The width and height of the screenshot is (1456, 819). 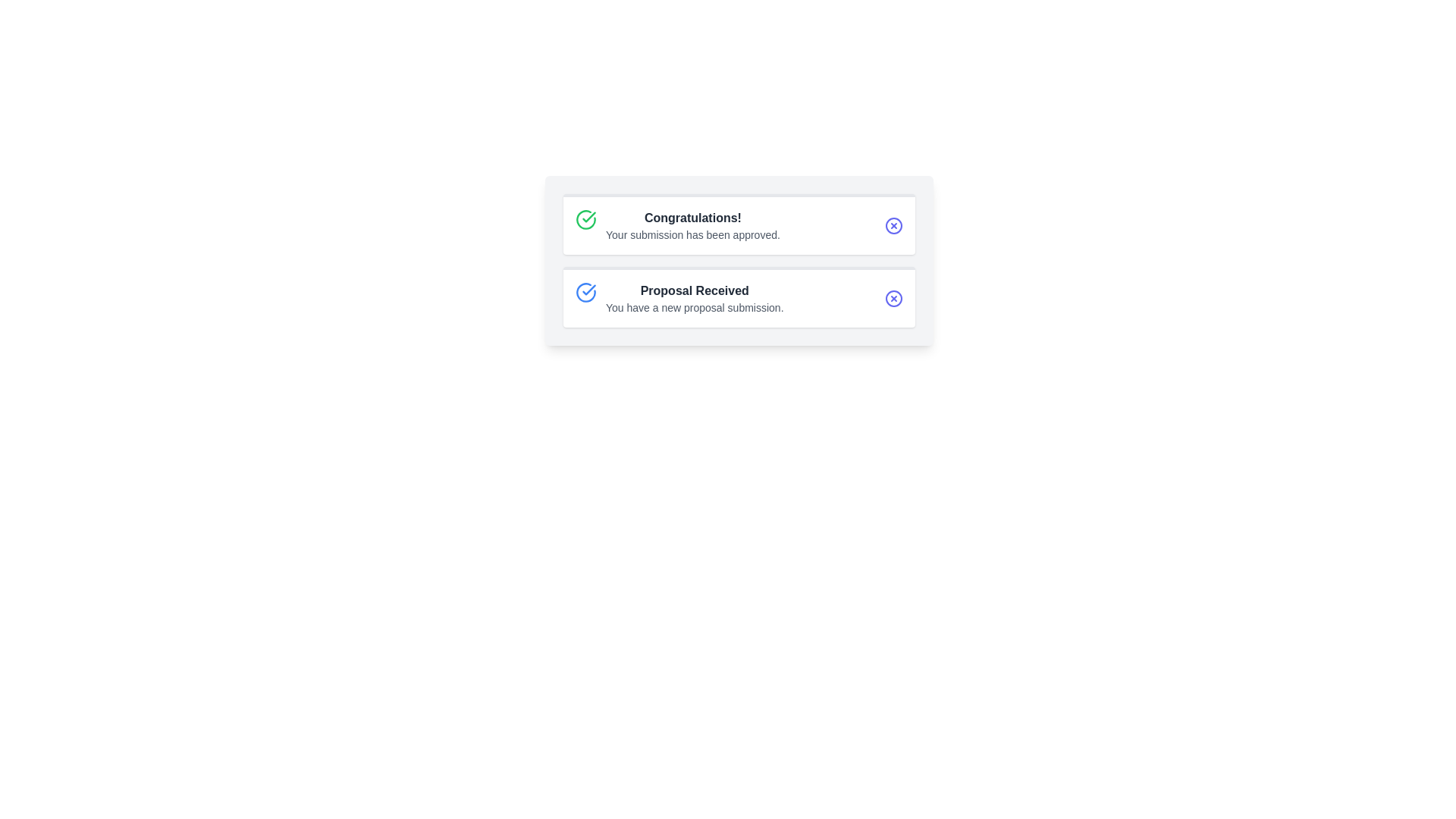 I want to click on the close button on the far right of the 'Congratulations!' notification, so click(x=894, y=225).